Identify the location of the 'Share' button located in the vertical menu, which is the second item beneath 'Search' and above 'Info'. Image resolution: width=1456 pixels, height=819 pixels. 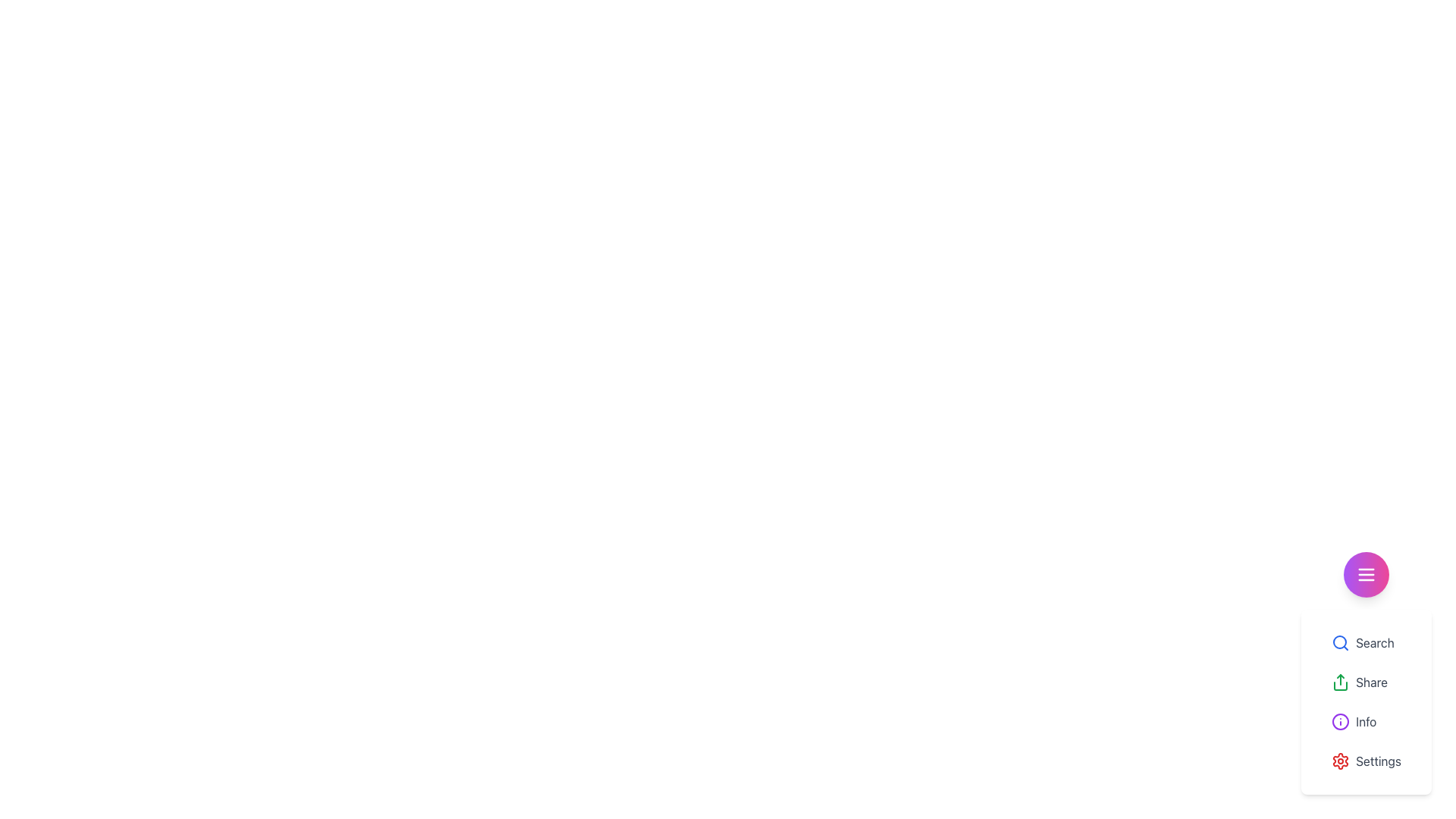
(1367, 701).